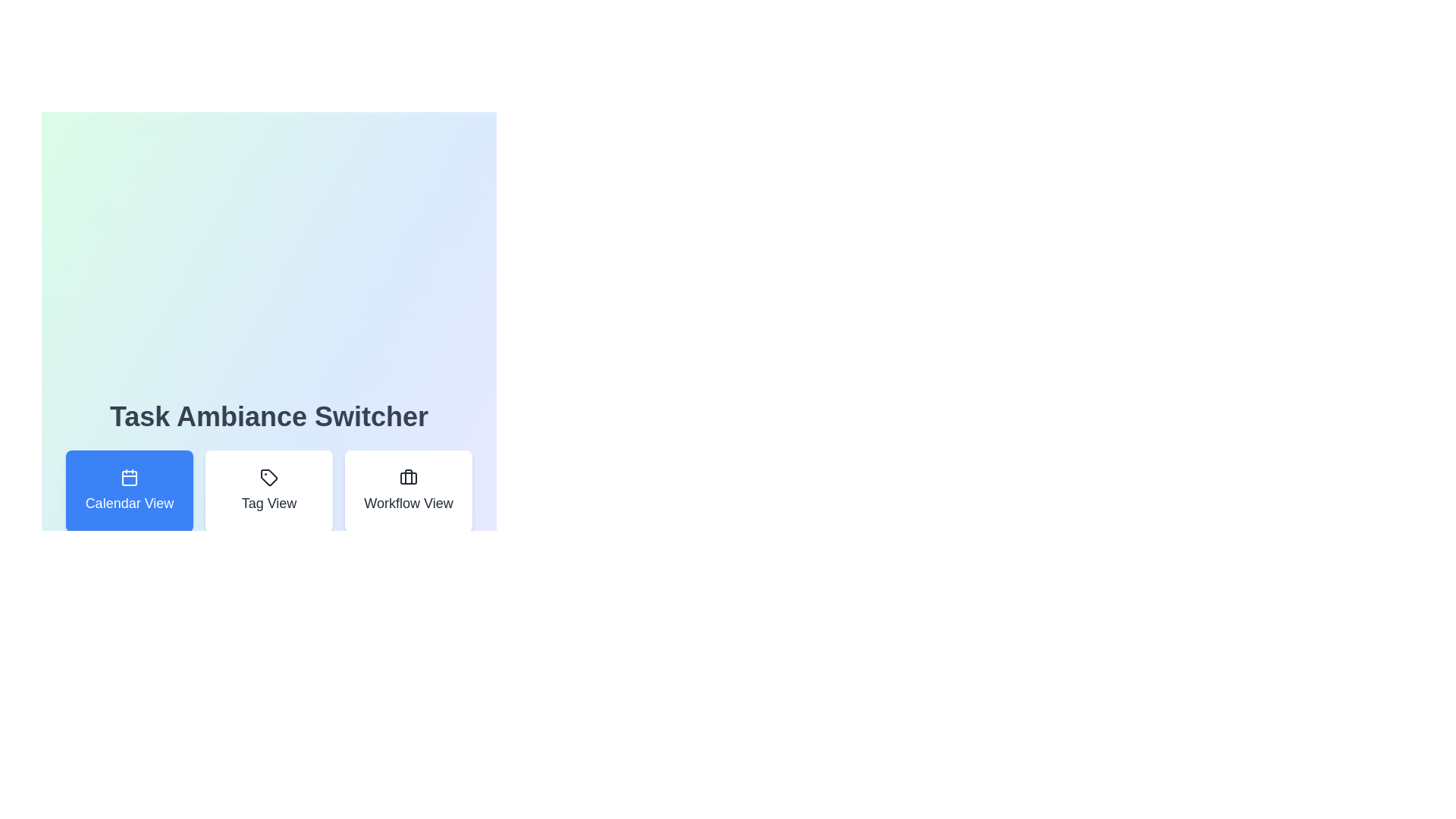 The image size is (1456, 819). I want to click on the 'Calendar View' icon located in the top-left quadrant of the interface, so click(130, 476).